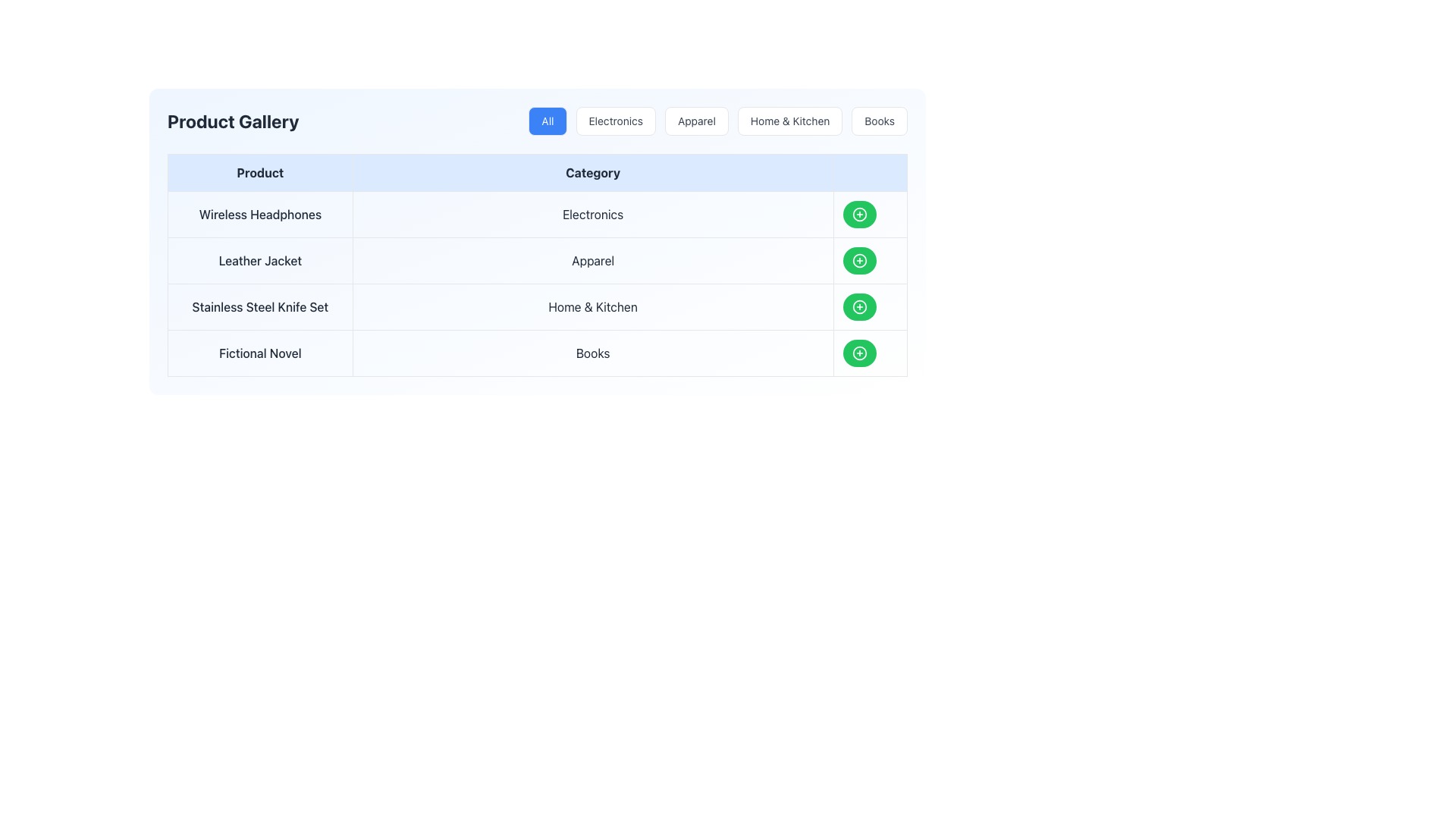 This screenshot has height=819, width=1456. Describe the element at coordinates (260, 171) in the screenshot. I see `the 'Product names' header in the upper-left section of the table, which designates the type of data listed under it` at that location.